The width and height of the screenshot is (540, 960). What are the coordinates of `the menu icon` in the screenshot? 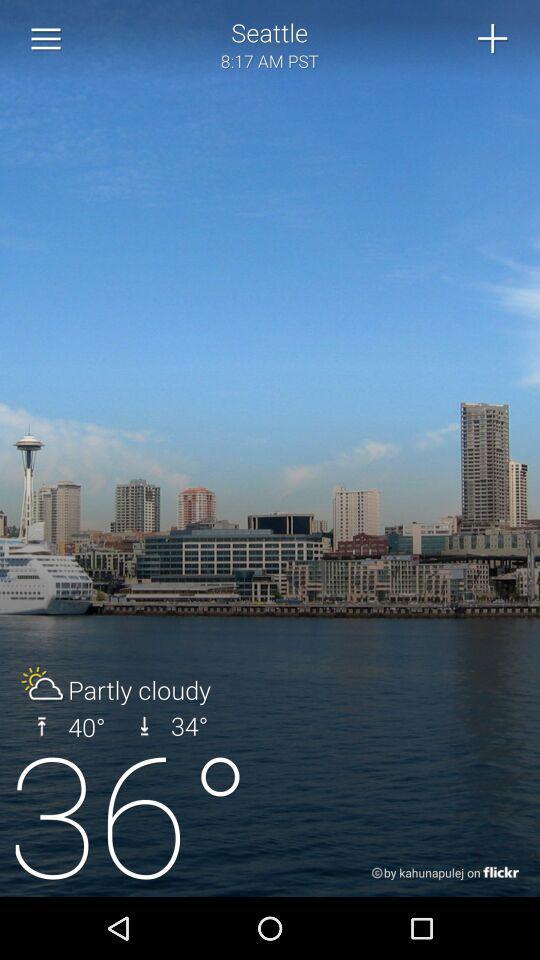 It's located at (46, 41).